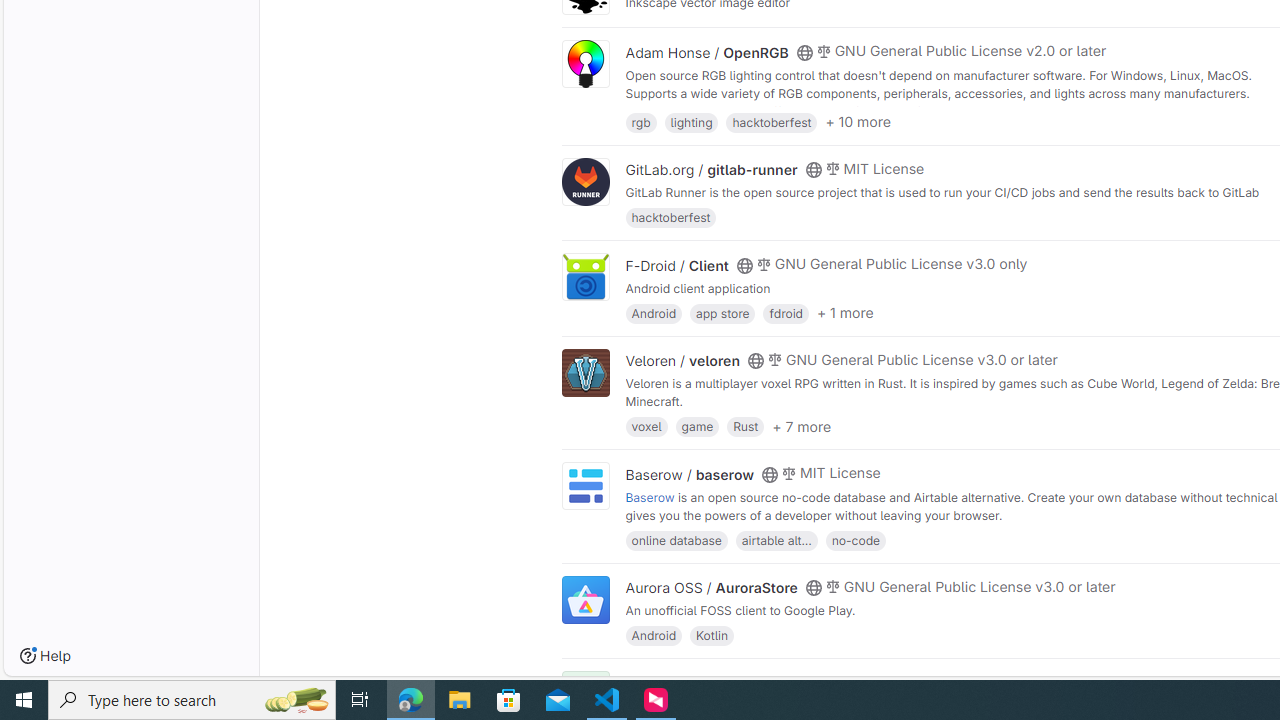 The width and height of the screenshot is (1280, 720). Describe the element at coordinates (745, 425) in the screenshot. I see `'Rust'` at that location.